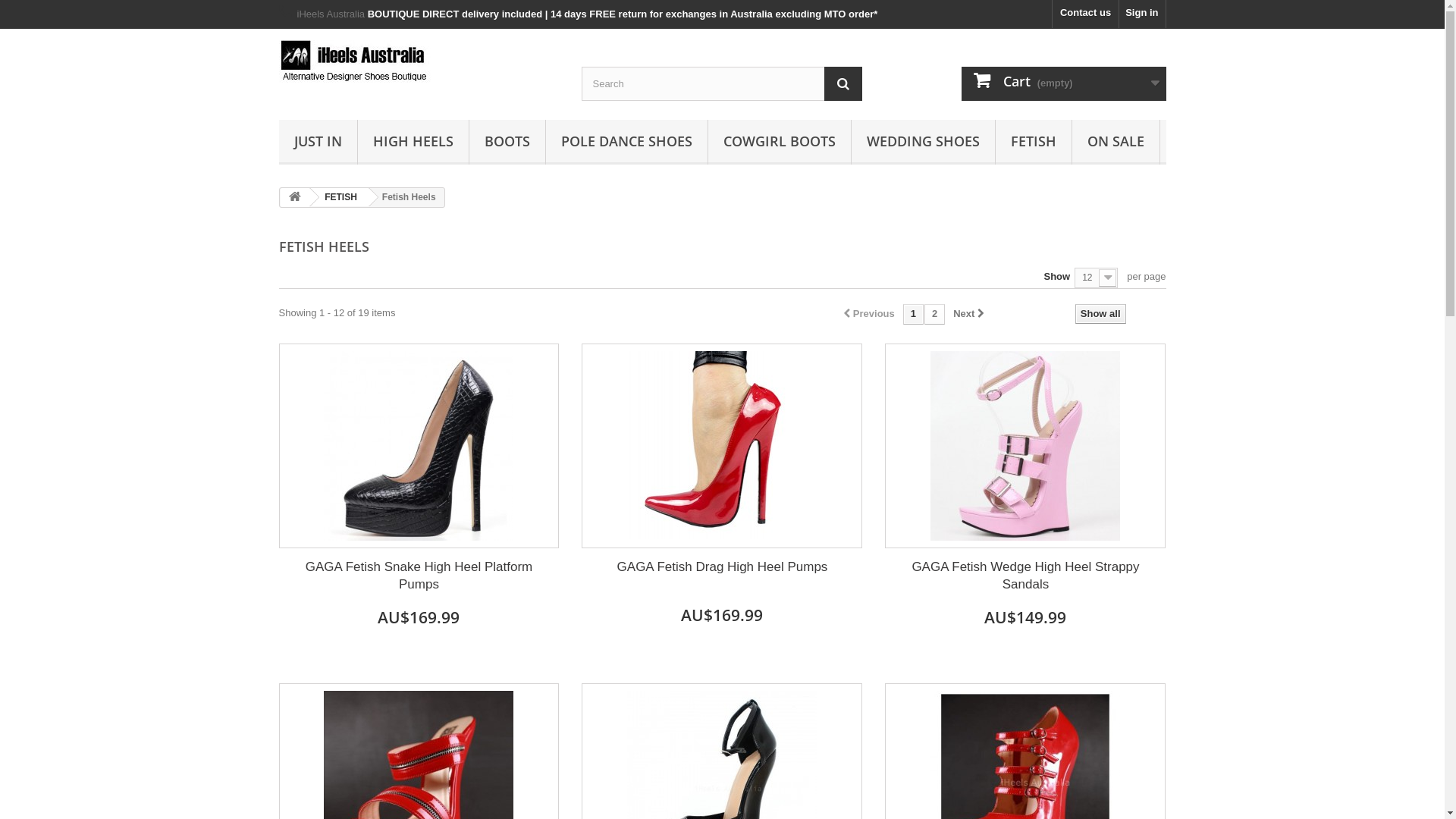 This screenshot has height=819, width=1456. Describe the element at coordinates (779, 142) in the screenshot. I see `'COWGIRL BOOTS'` at that location.